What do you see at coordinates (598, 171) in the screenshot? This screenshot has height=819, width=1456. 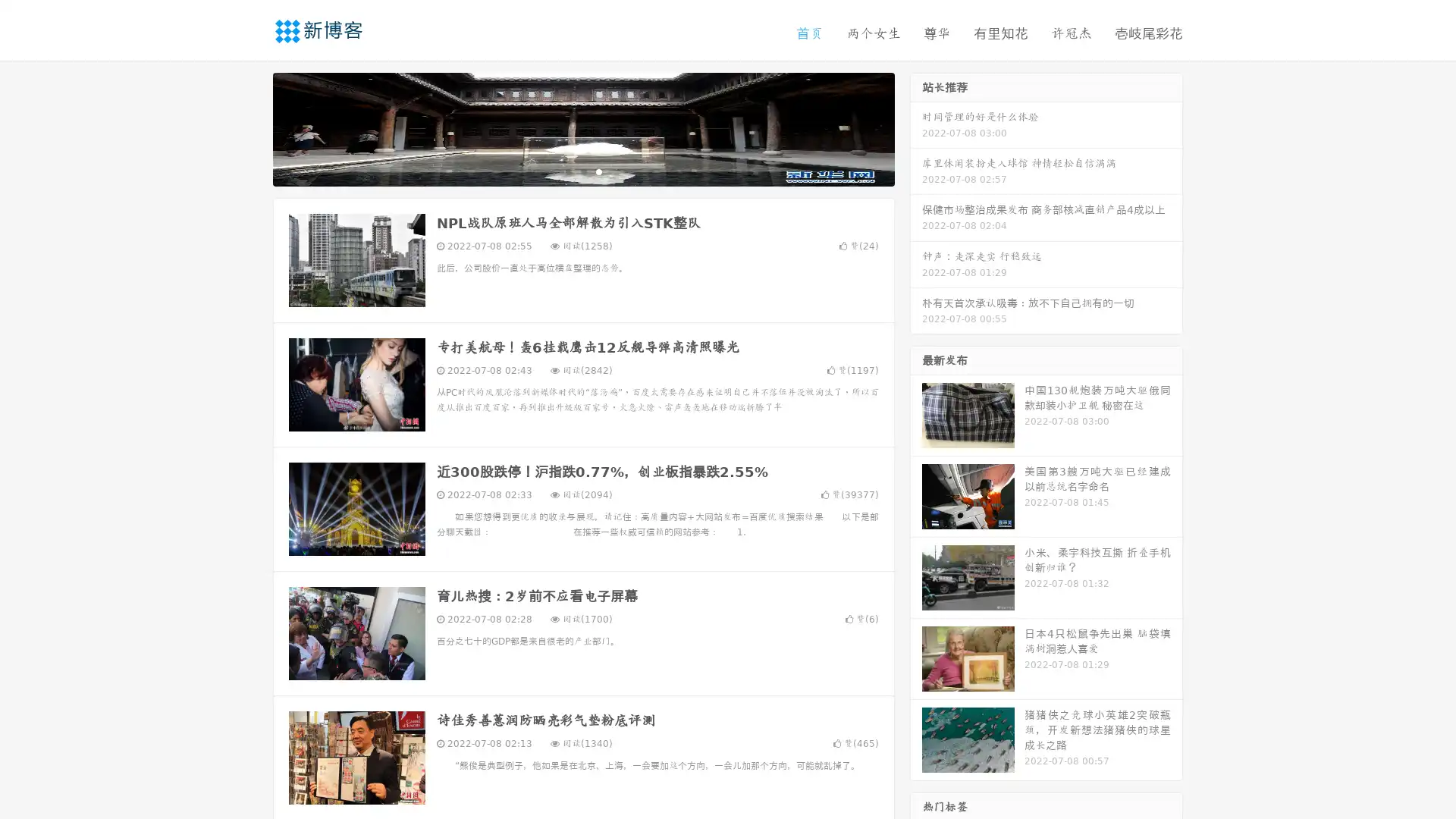 I see `Go to slide 3` at bounding box center [598, 171].